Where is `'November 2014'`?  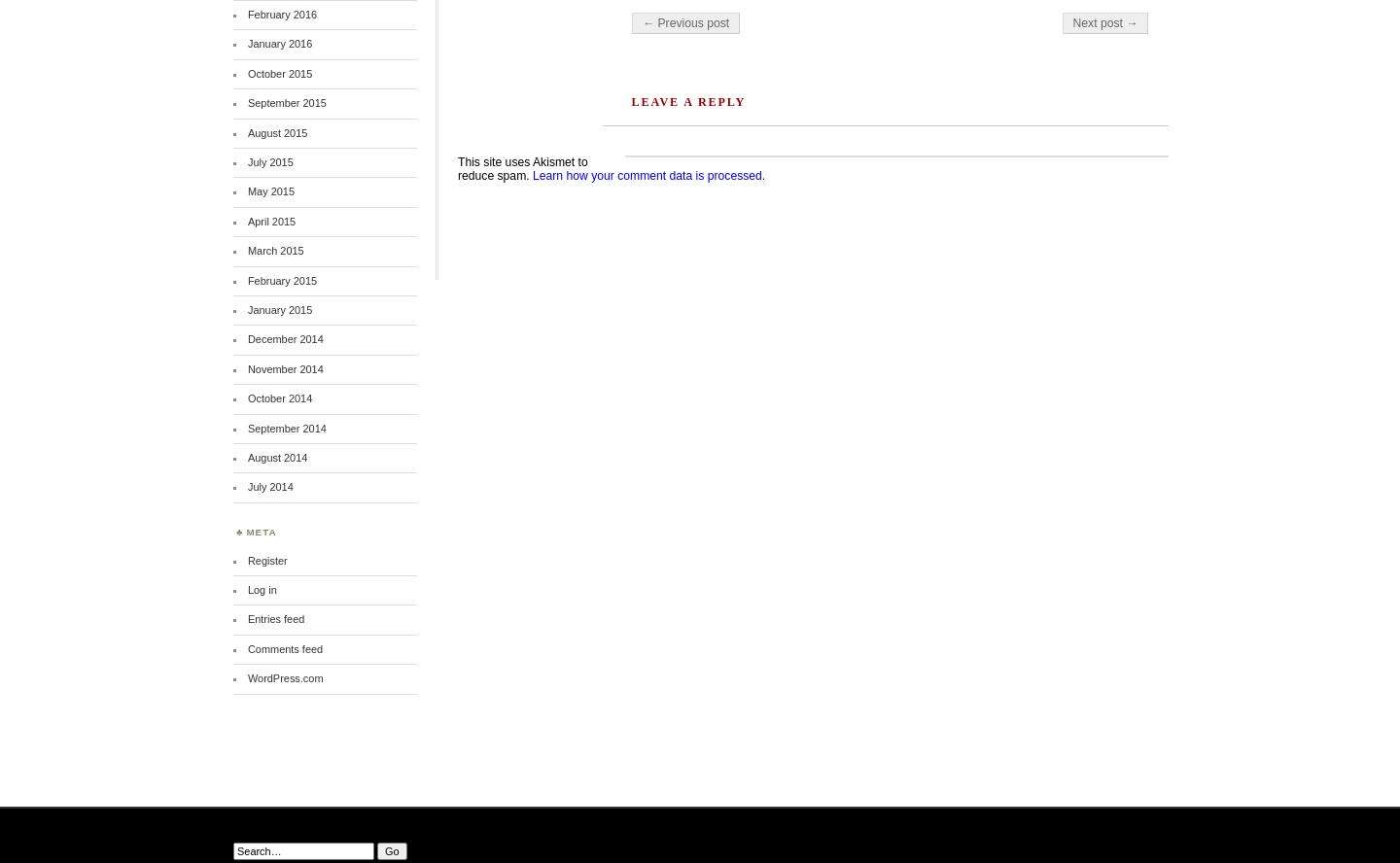 'November 2014' is located at coordinates (284, 367).